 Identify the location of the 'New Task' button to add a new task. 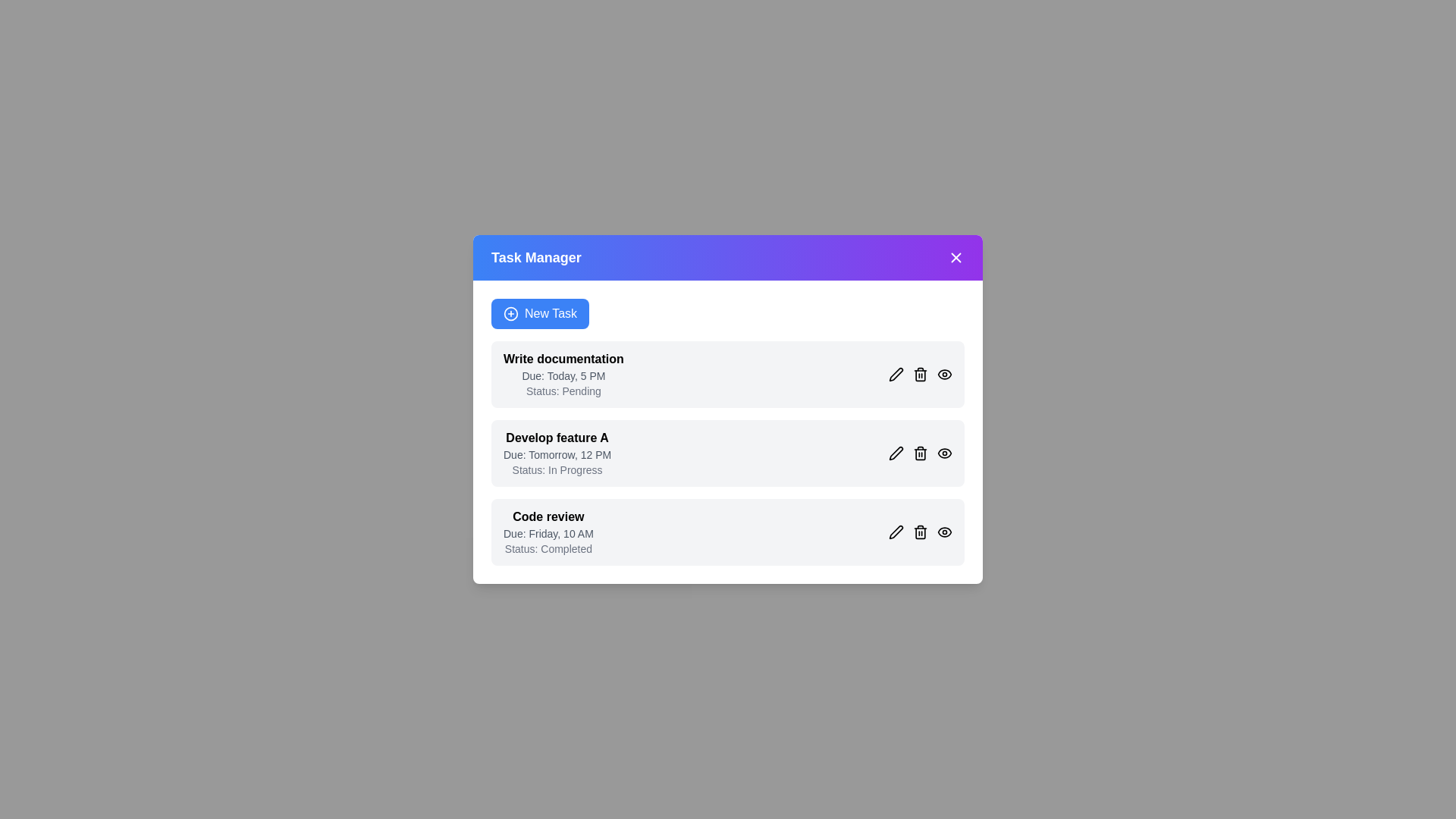
(540, 312).